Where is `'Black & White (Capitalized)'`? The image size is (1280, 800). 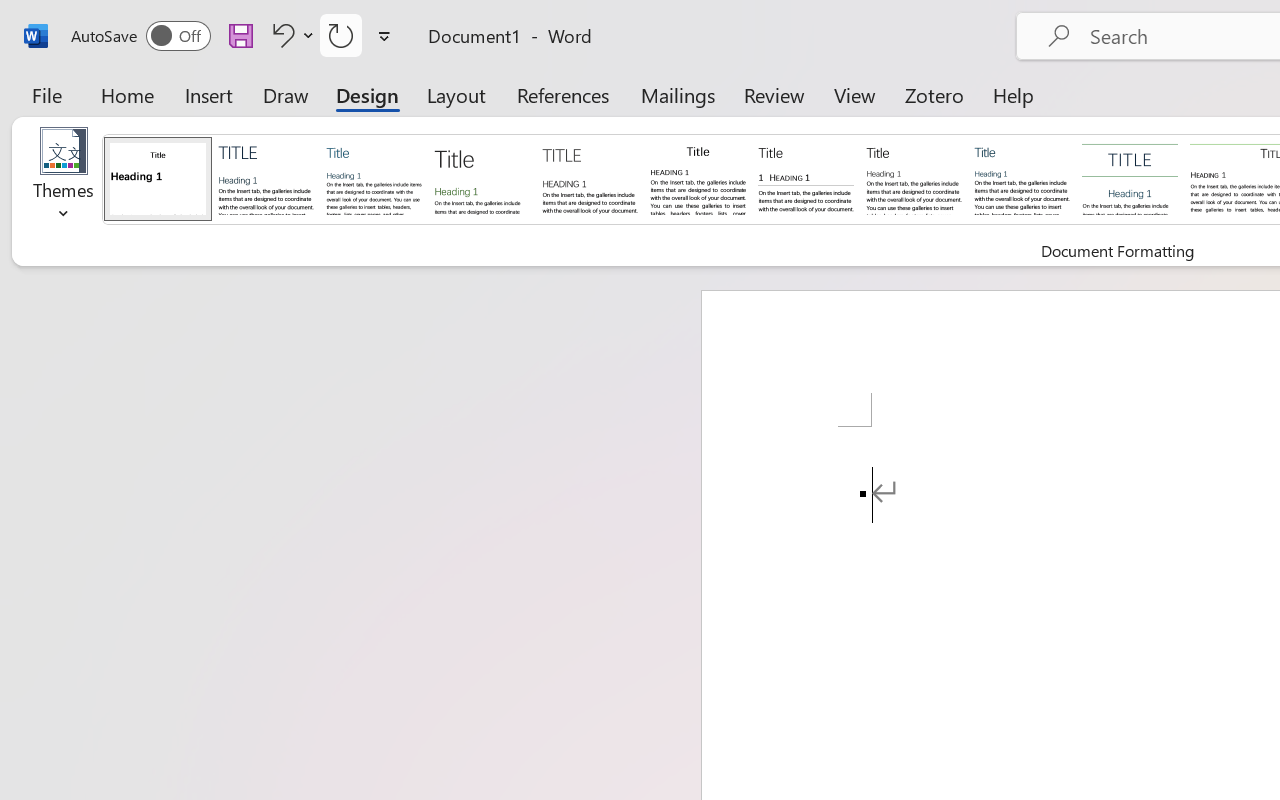 'Black & White (Capitalized)' is located at coordinates (589, 177).